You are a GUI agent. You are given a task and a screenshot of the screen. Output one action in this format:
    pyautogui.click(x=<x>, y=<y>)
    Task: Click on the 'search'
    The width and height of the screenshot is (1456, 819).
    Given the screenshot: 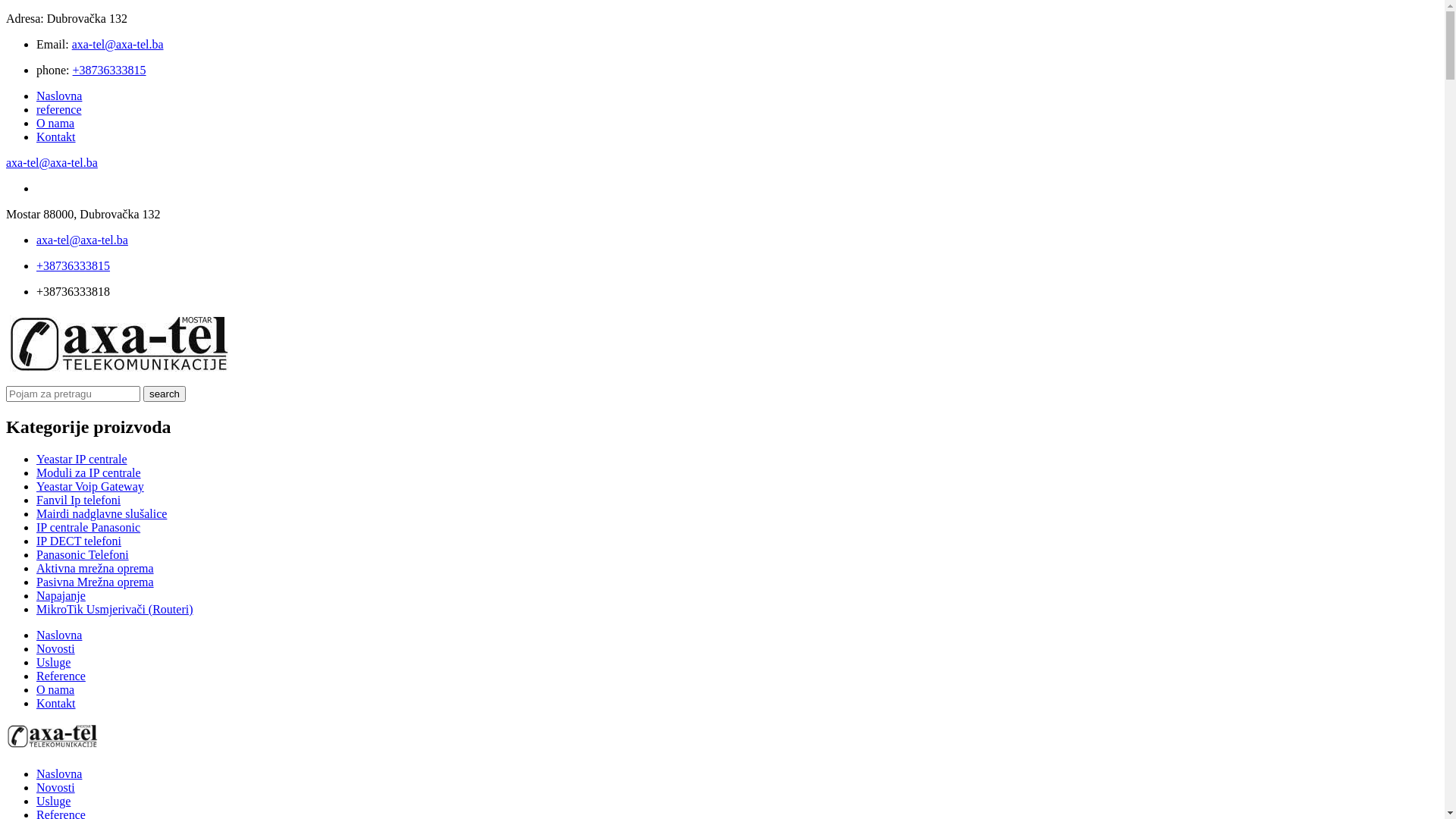 What is the action you would take?
    pyautogui.click(x=164, y=393)
    